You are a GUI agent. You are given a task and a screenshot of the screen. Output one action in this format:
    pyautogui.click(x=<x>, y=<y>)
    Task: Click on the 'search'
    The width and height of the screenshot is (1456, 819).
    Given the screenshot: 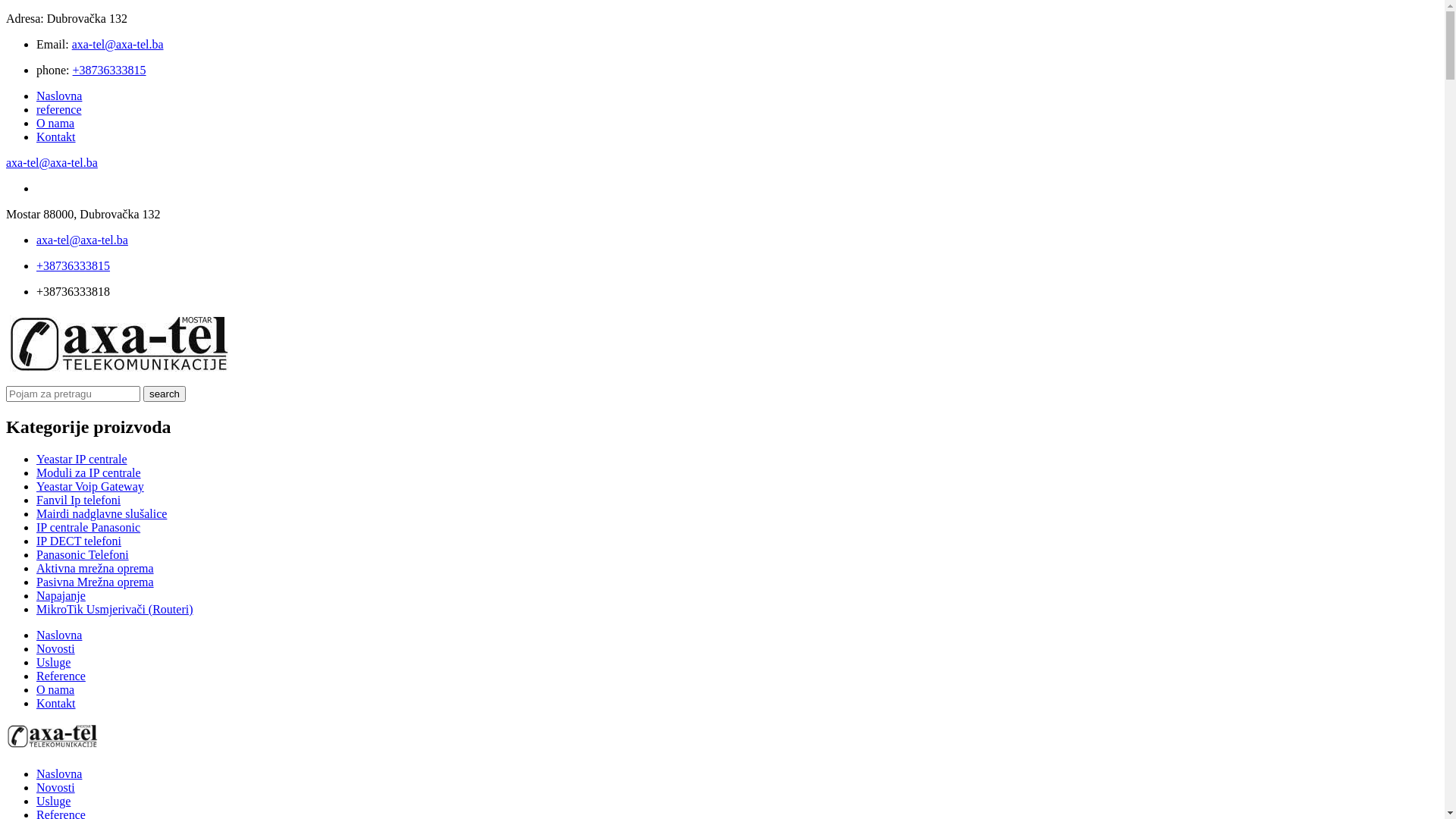 What is the action you would take?
    pyautogui.click(x=164, y=393)
    